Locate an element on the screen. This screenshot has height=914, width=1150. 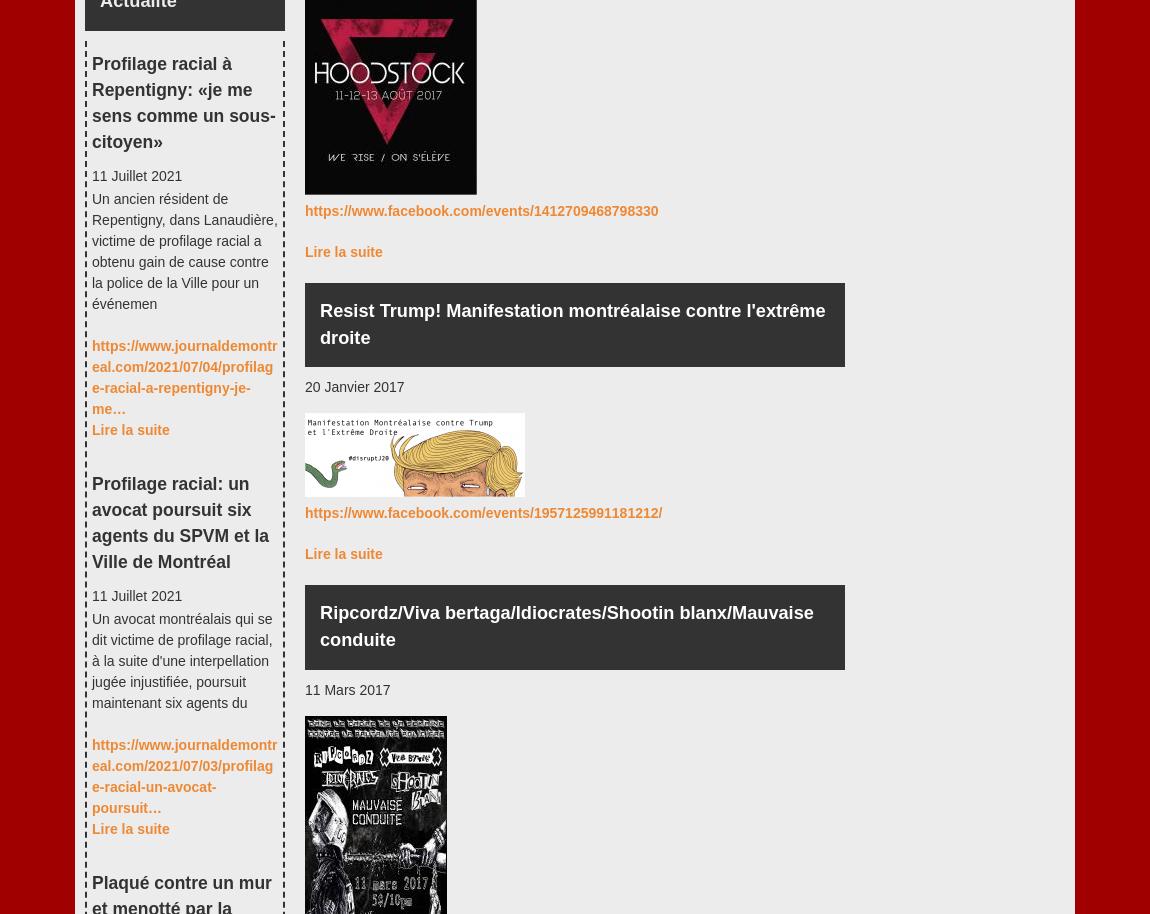
'https://www.facebook.com/events/1412709468798330' is located at coordinates (481, 210).